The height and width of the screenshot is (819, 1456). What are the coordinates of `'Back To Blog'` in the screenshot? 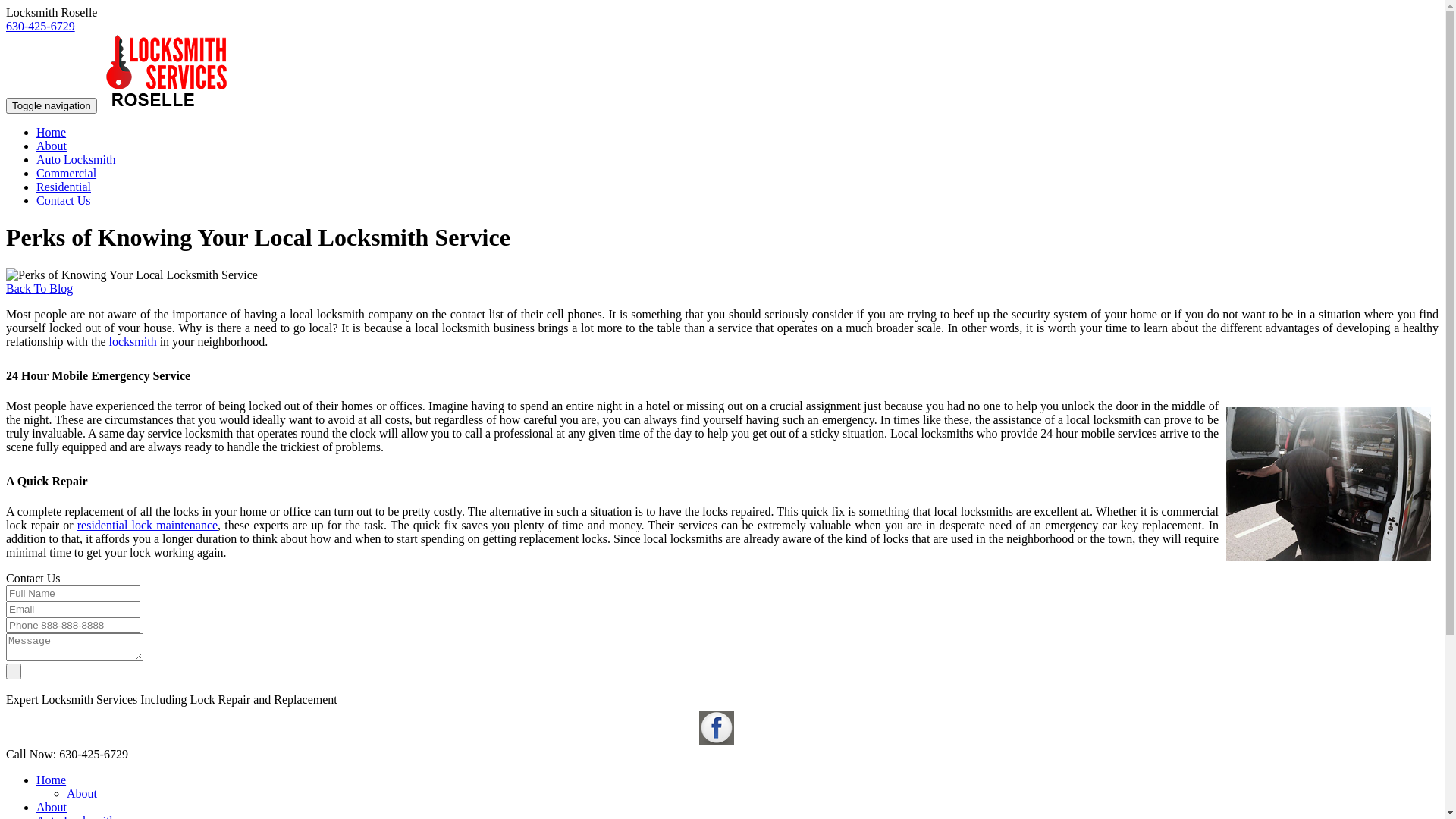 It's located at (39, 288).